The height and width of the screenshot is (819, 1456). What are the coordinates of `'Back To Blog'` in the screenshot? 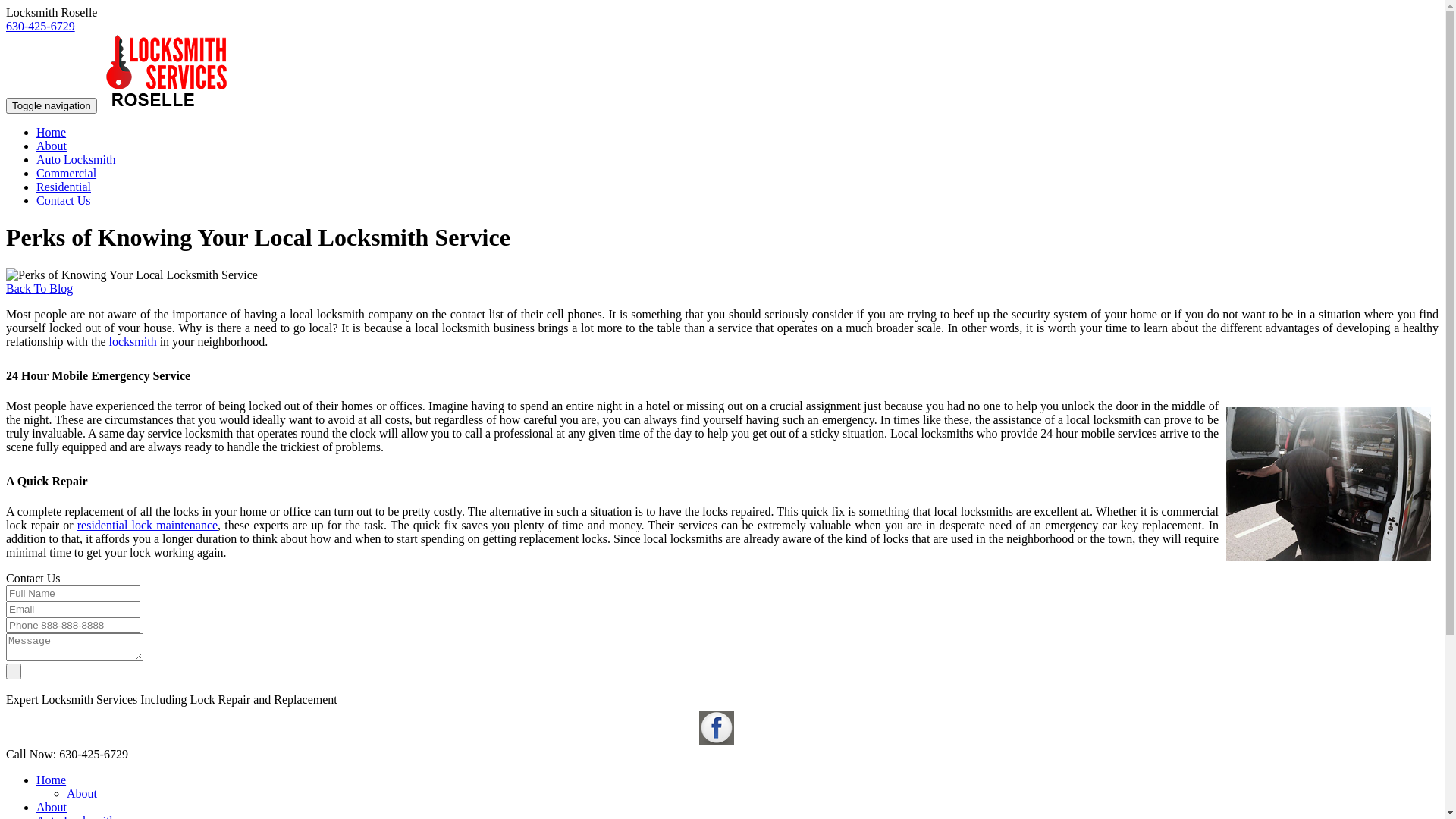 It's located at (39, 288).